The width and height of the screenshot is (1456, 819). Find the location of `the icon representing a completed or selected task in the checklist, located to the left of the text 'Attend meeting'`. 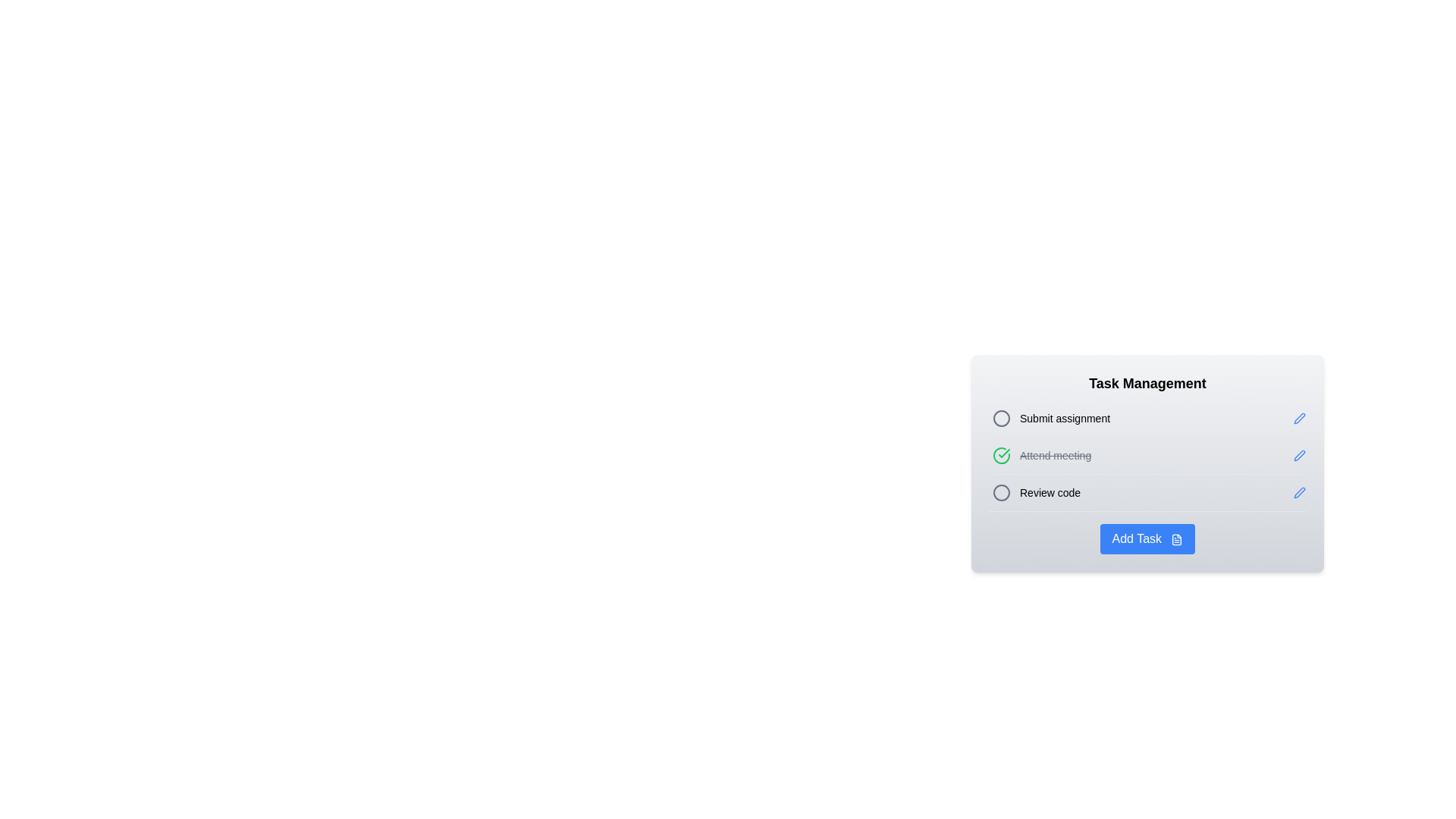

the icon representing a completed or selected task in the checklist, located to the left of the text 'Attend meeting' is located at coordinates (1001, 455).